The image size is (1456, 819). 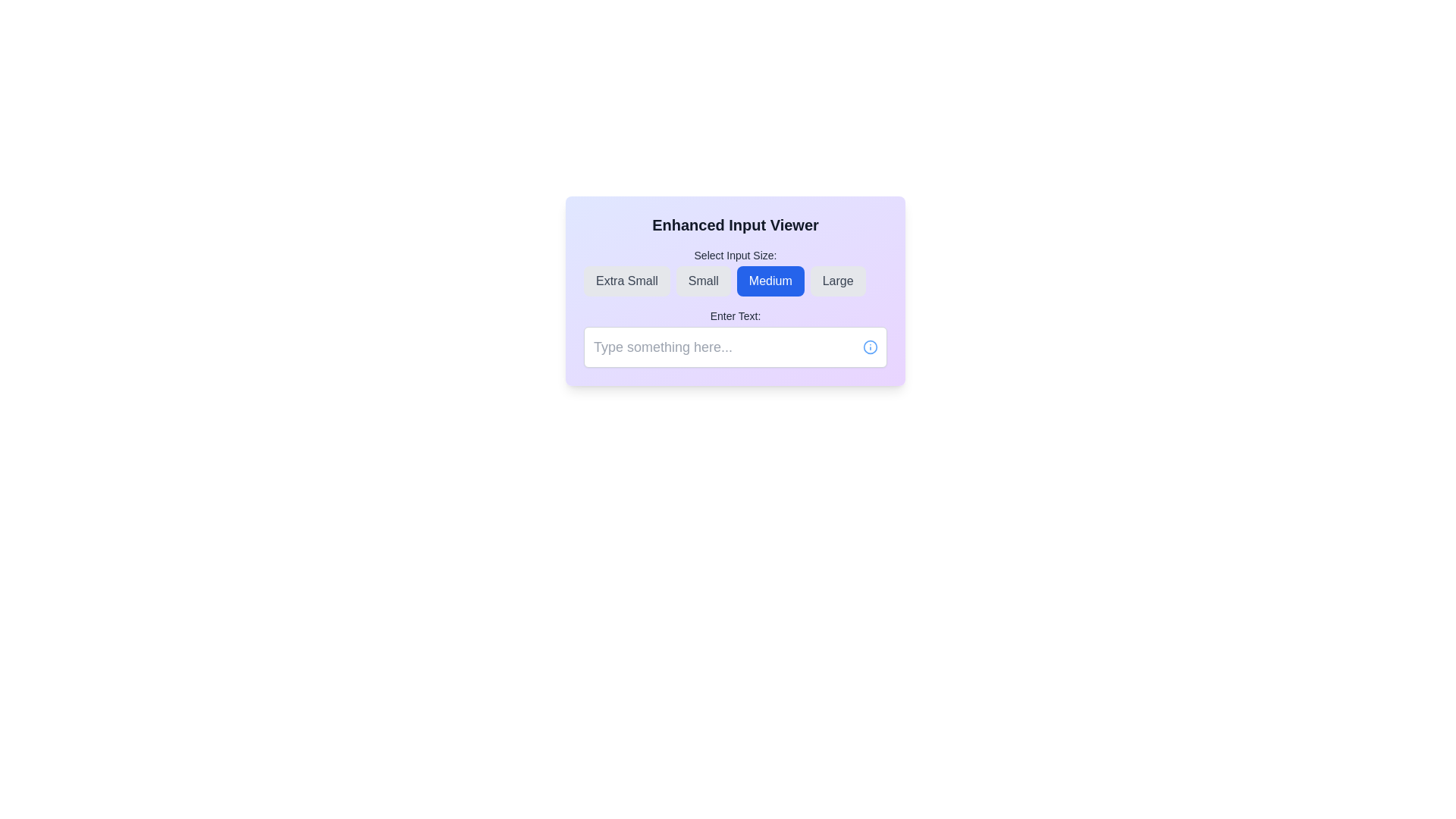 What do you see at coordinates (870, 347) in the screenshot?
I see `the circular part of the info icon located at the far right of the text input field` at bounding box center [870, 347].